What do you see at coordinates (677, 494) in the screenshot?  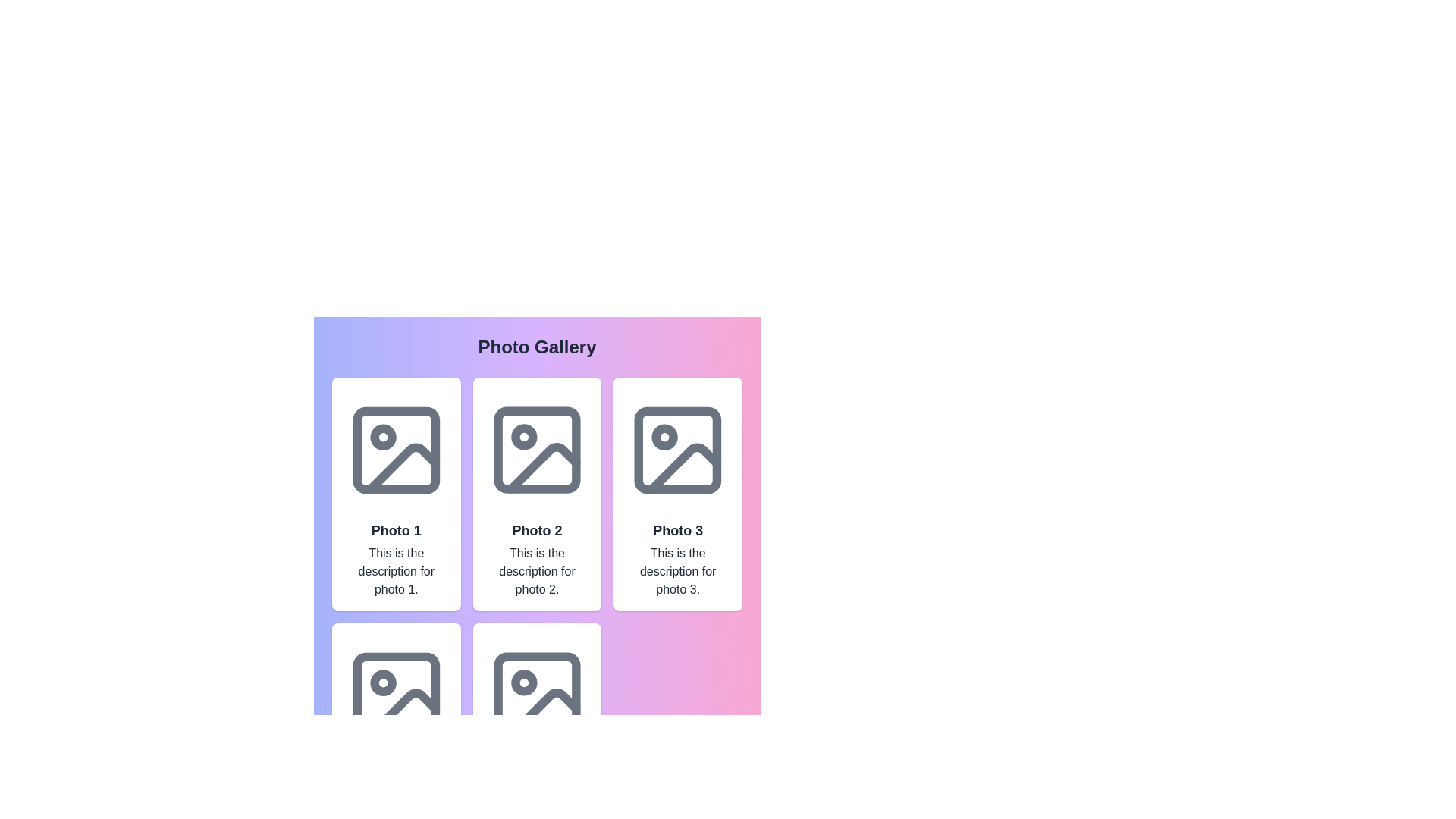 I see `the third photo card in the grid layout, which displays a title and description` at bounding box center [677, 494].